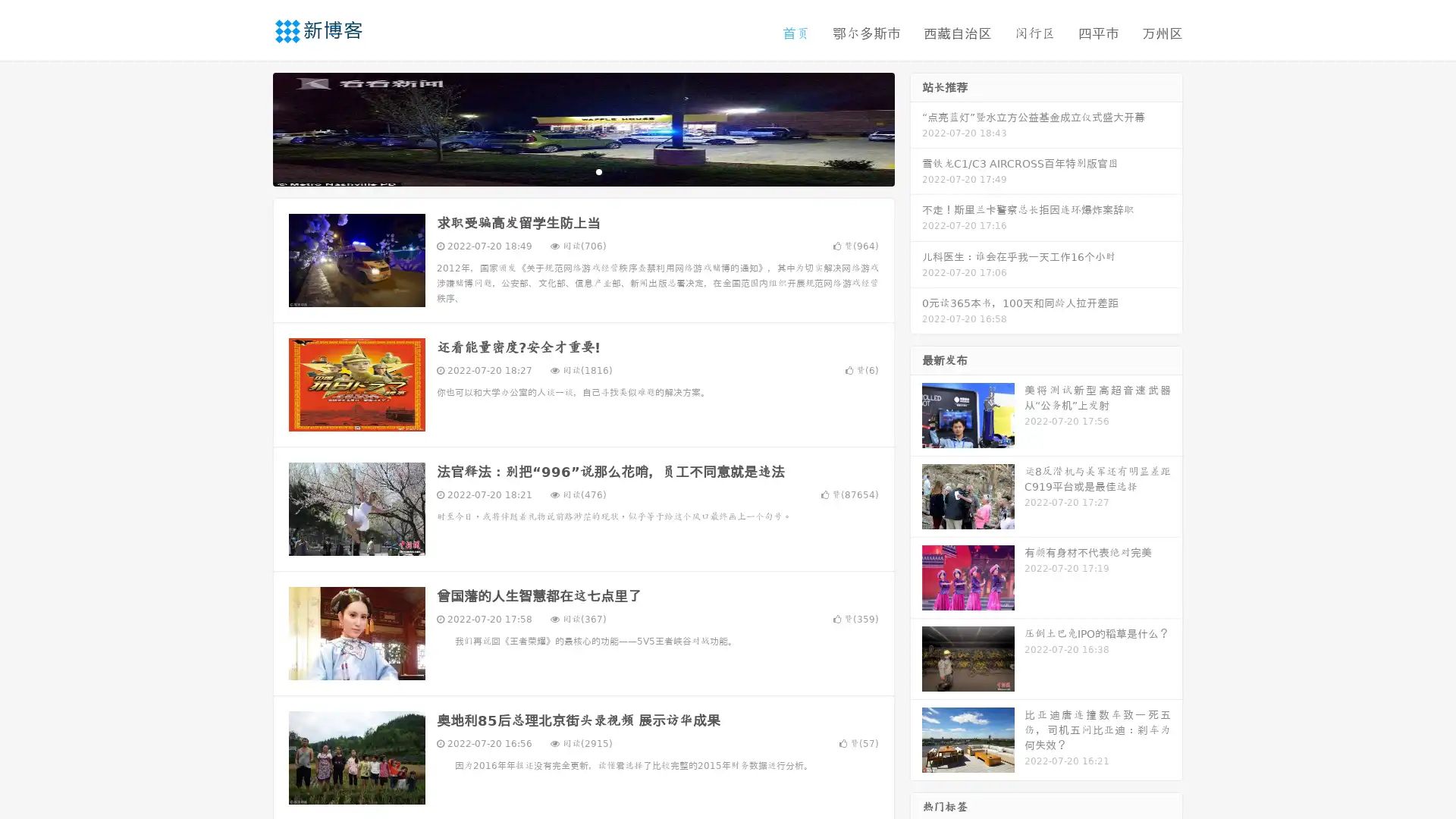 The height and width of the screenshot is (819, 1456). What do you see at coordinates (567, 171) in the screenshot?
I see `Go to slide 1` at bounding box center [567, 171].